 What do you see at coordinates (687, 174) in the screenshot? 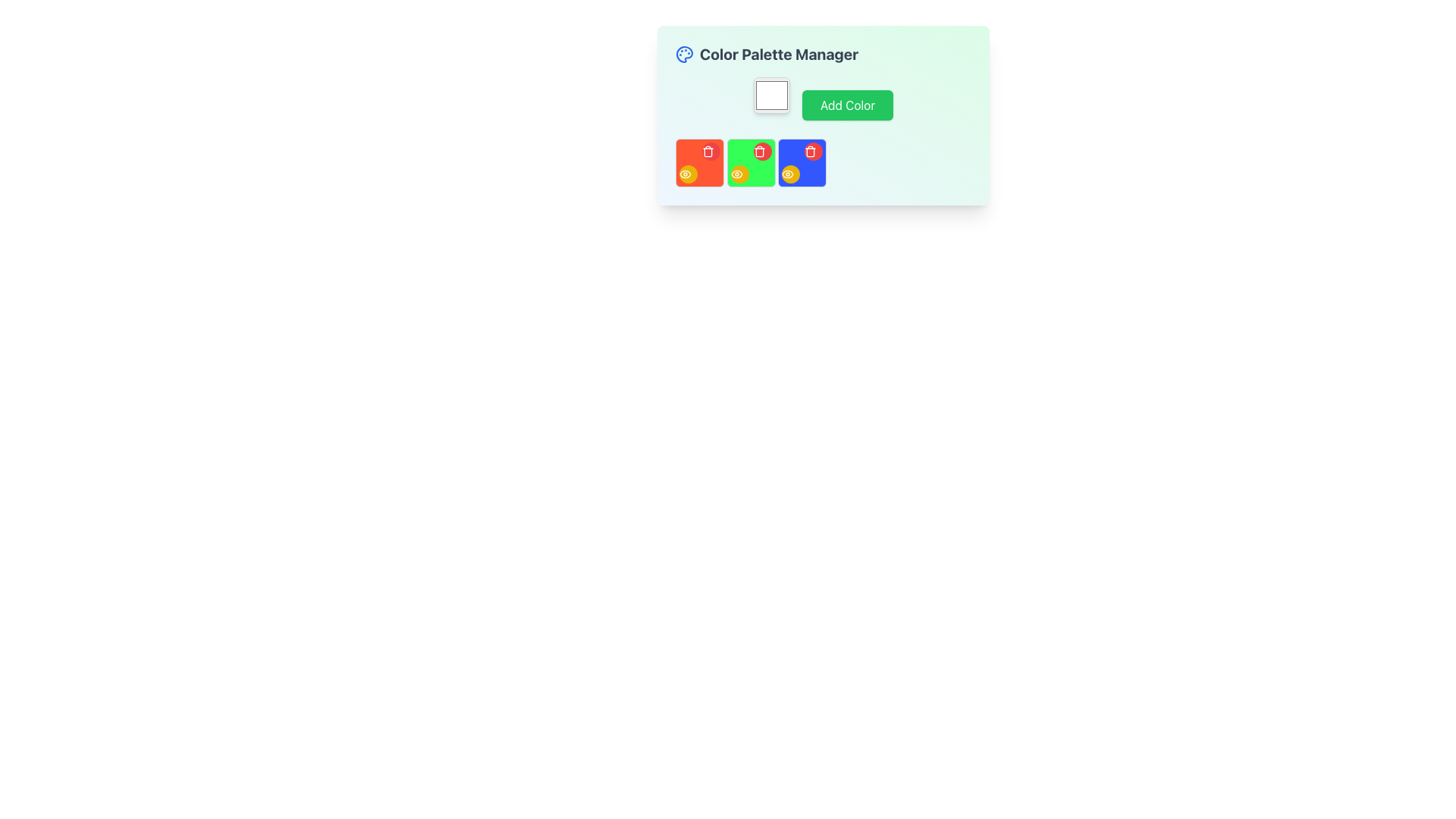
I see `the visibility toggle button located at the bottom-left corner of the red tile` at bounding box center [687, 174].